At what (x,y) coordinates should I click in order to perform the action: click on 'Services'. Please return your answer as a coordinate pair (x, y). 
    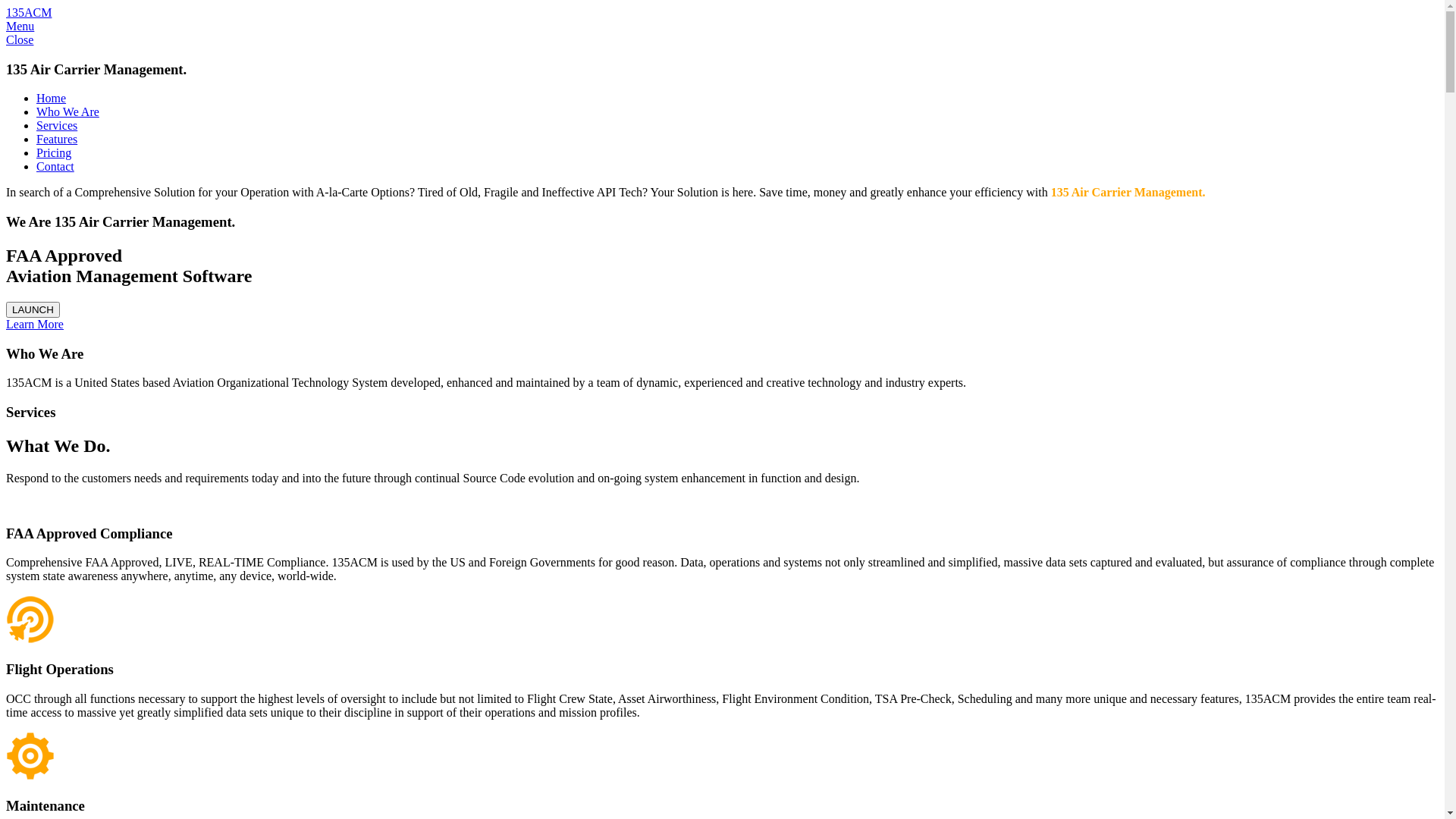
    Looking at the image, I should click on (57, 124).